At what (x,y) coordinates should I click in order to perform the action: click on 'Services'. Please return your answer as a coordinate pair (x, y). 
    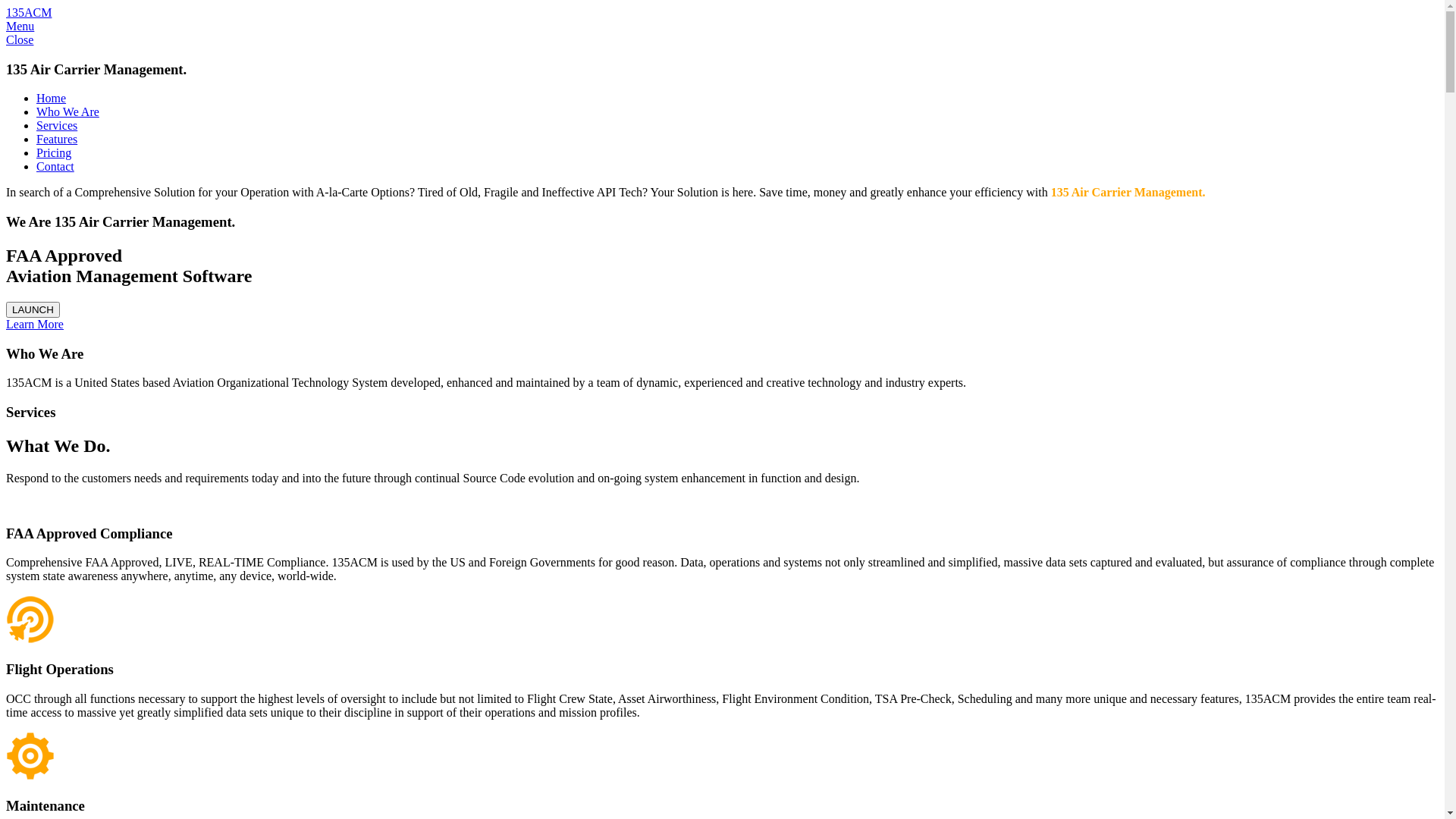
    Looking at the image, I should click on (57, 124).